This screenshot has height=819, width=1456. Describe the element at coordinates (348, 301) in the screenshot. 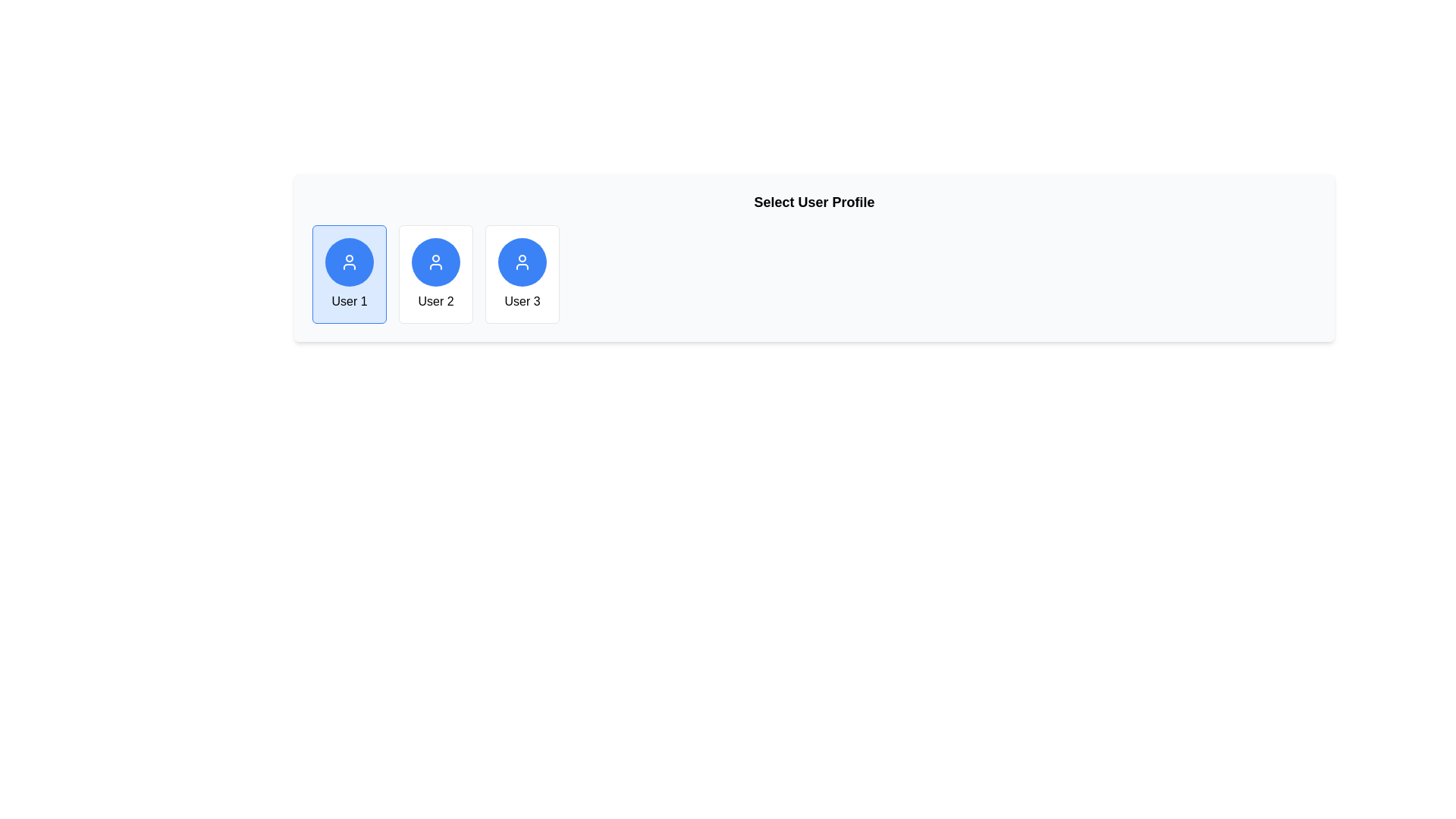

I see `text label 'User 1' located beneath the circular user icon in the first card among three similar cards` at that location.